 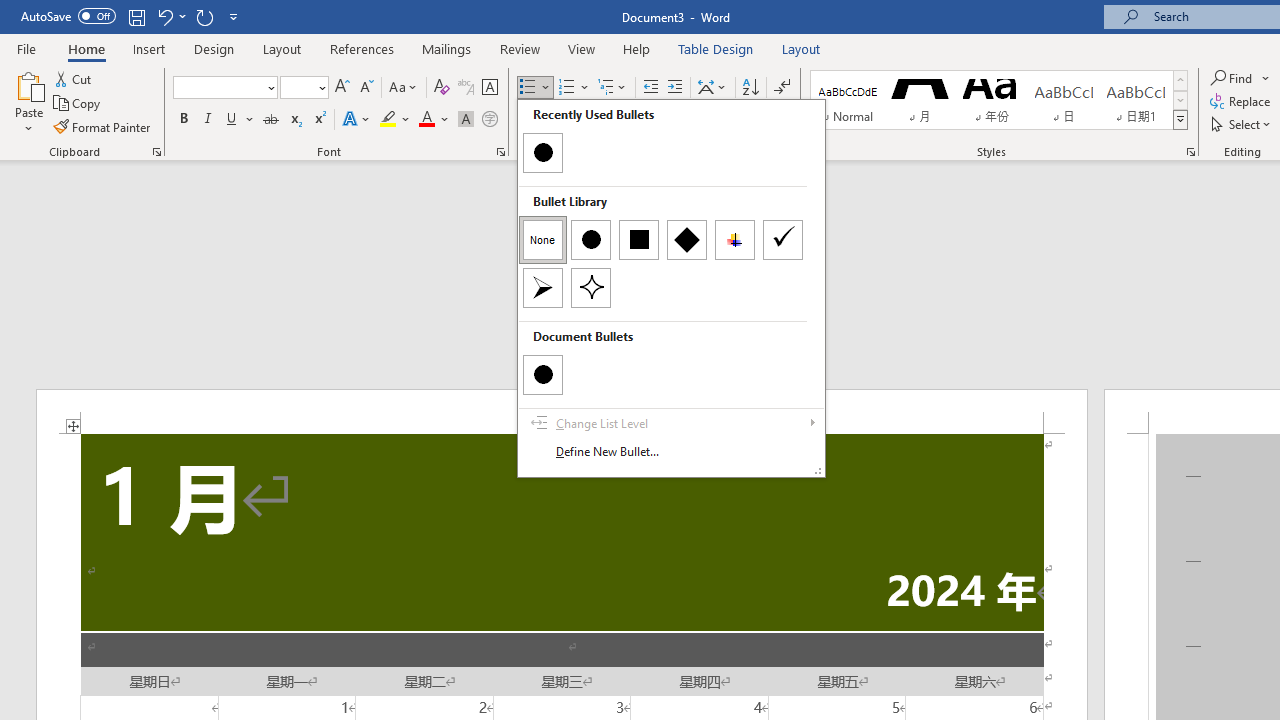 What do you see at coordinates (303, 86) in the screenshot?
I see `'Font Size'` at bounding box center [303, 86].